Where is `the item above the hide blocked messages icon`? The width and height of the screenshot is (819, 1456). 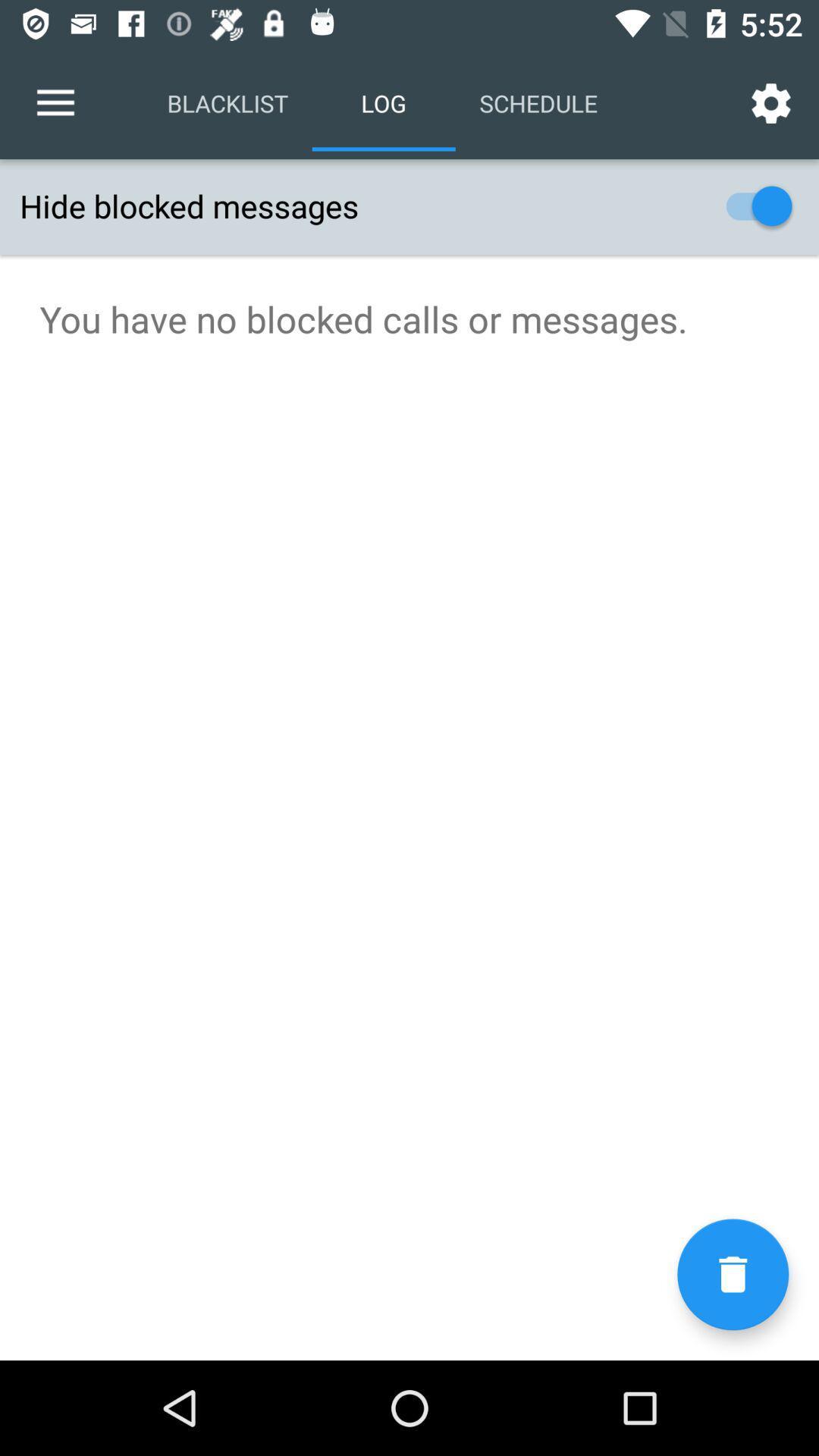
the item above the hide blocked messages icon is located at coordinates (55, 102).